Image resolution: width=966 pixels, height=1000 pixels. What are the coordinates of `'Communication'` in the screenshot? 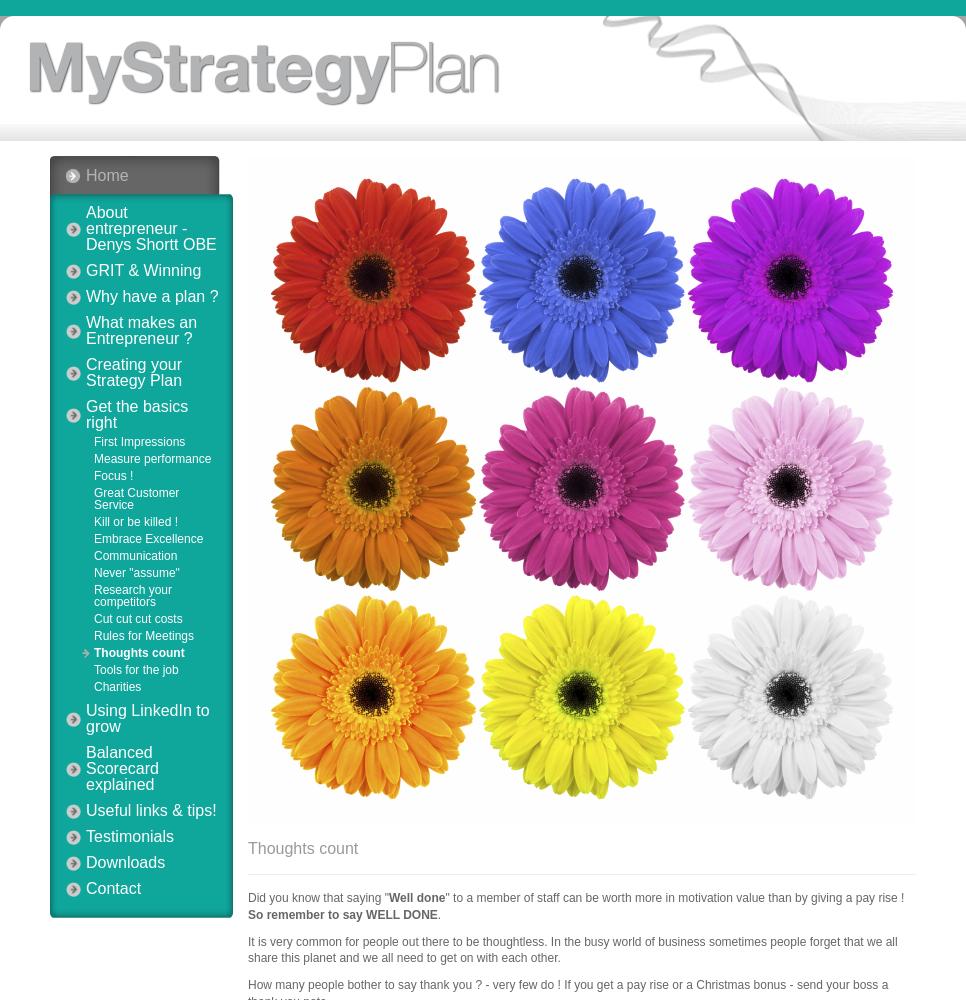 It's located at (135, 556).